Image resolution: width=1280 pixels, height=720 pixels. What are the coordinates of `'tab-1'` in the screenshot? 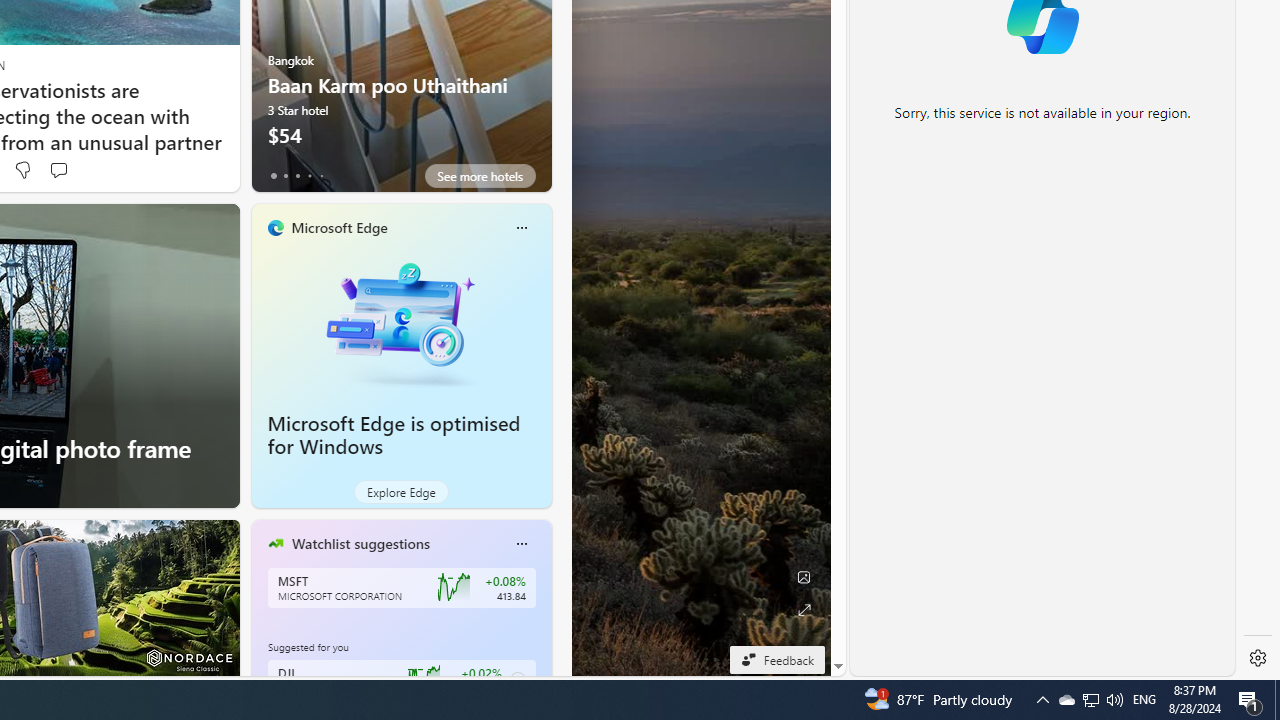 It's located at (284, 175).